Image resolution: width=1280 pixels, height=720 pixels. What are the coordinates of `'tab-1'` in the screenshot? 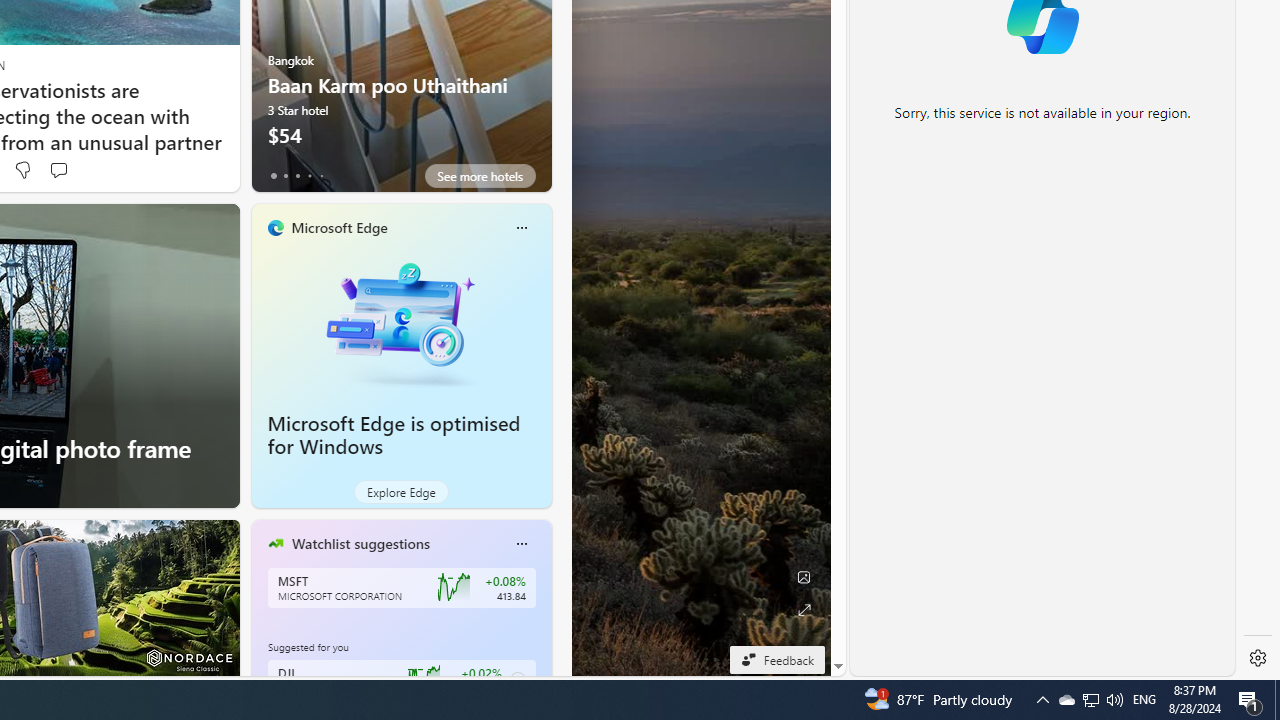 It's located at (284, 175).